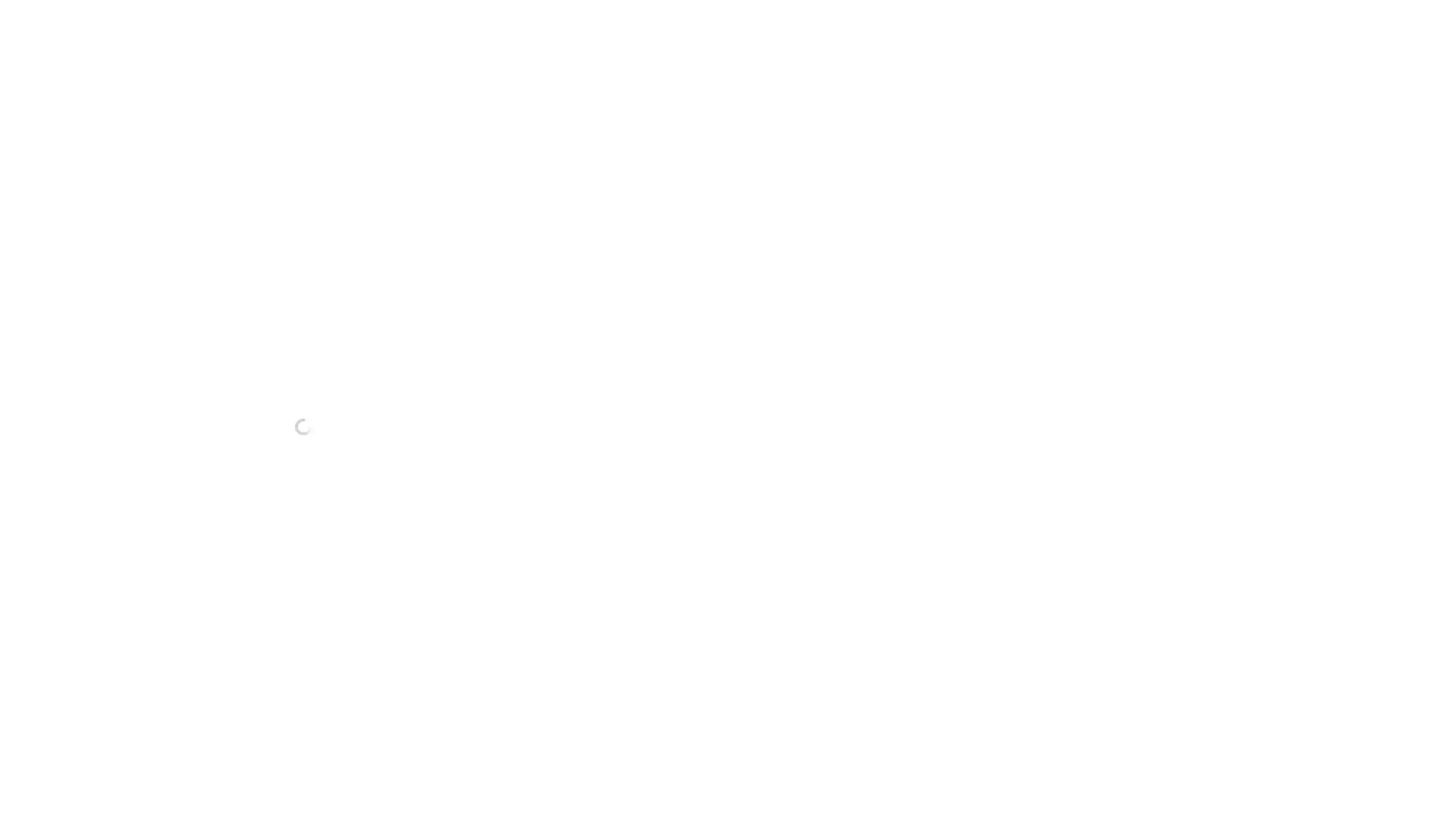 This screenshot has width=1456, height=819. What do you see at coordinates (253, 17) in the screenshot?
I see `Company Formation Process` at bounding box center [253, 17].